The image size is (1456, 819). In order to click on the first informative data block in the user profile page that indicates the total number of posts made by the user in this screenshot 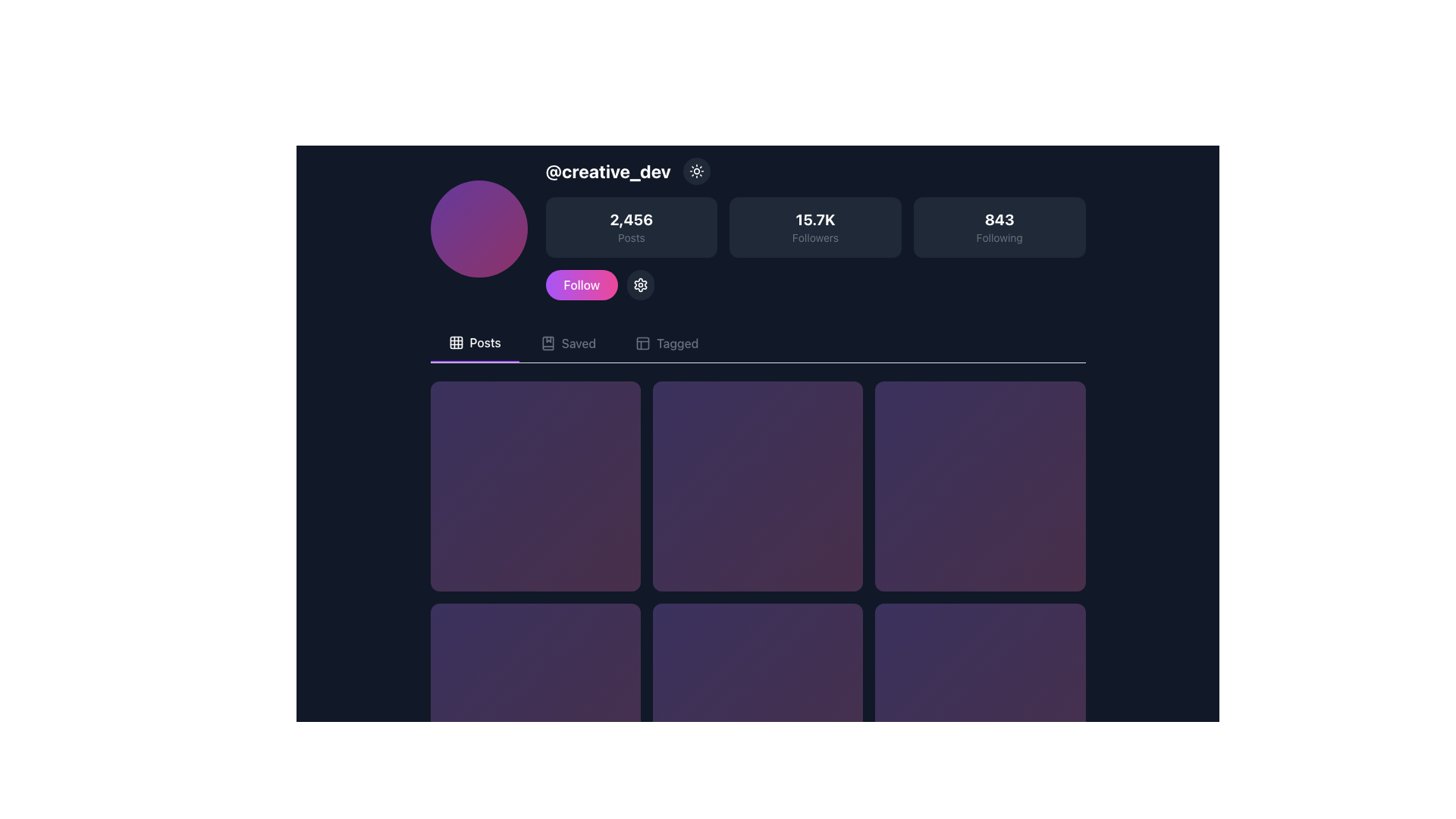, I will do `click(631, 227)`.